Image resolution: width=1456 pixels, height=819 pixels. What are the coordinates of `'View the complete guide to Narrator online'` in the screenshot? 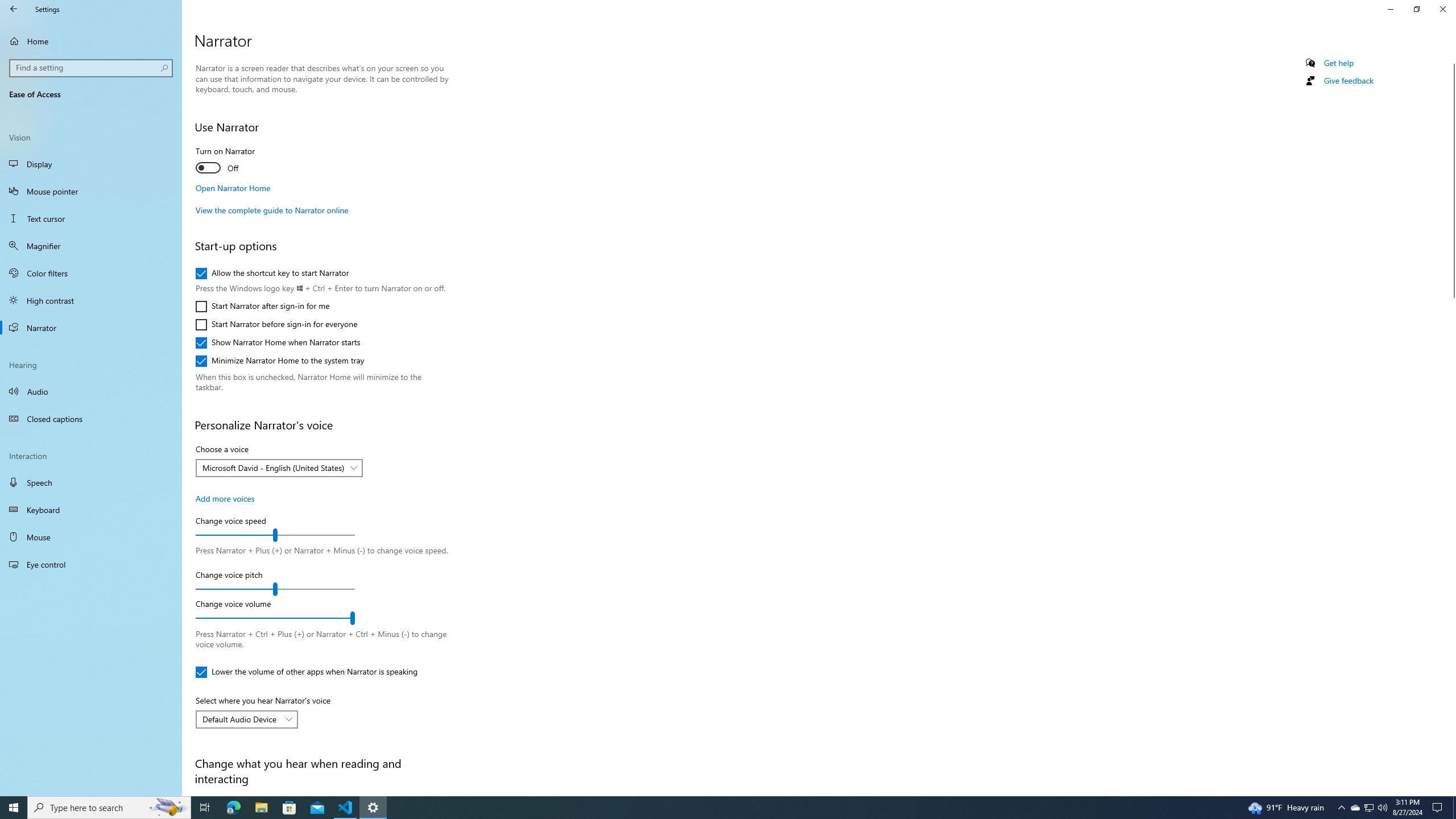 It's located at (271, 209).